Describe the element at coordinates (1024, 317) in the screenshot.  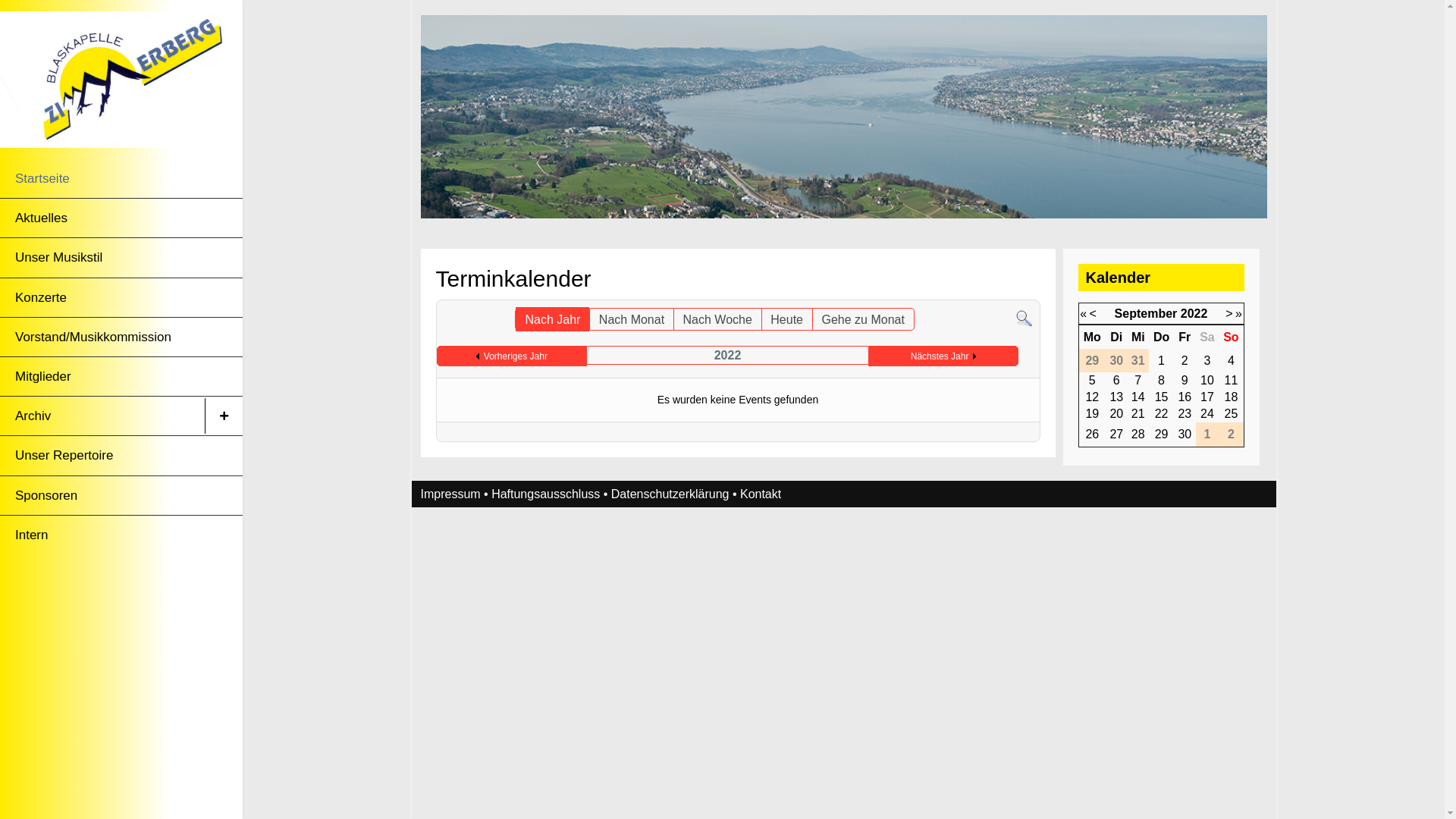
I see `'Suche'` at that location.